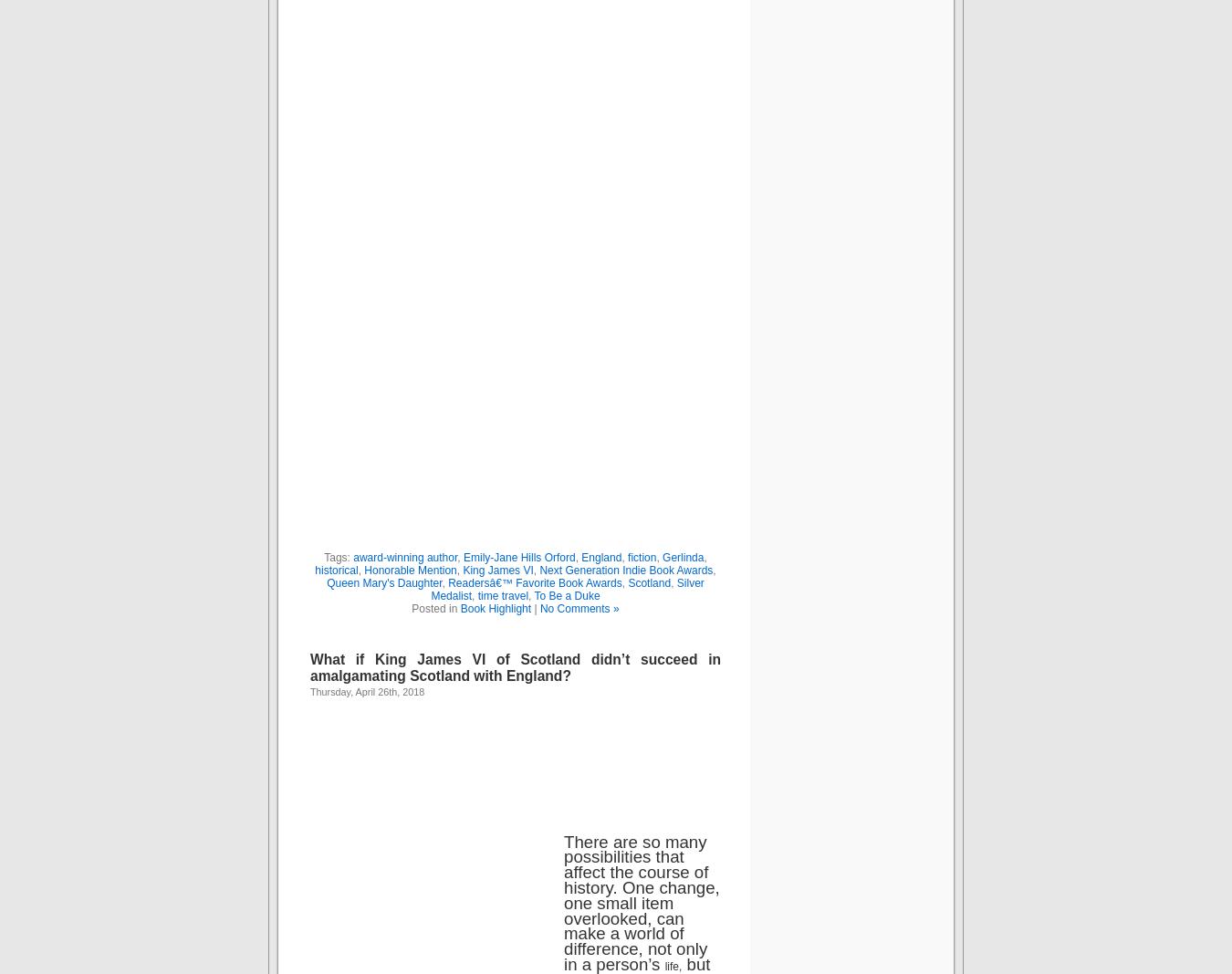 This screenshot has width=1232, height=974. What do you see at coordinates (367, 690) in the screenshot?
I see `'Thursday, April 26th, 2018'` at bounding box center [367, 690].